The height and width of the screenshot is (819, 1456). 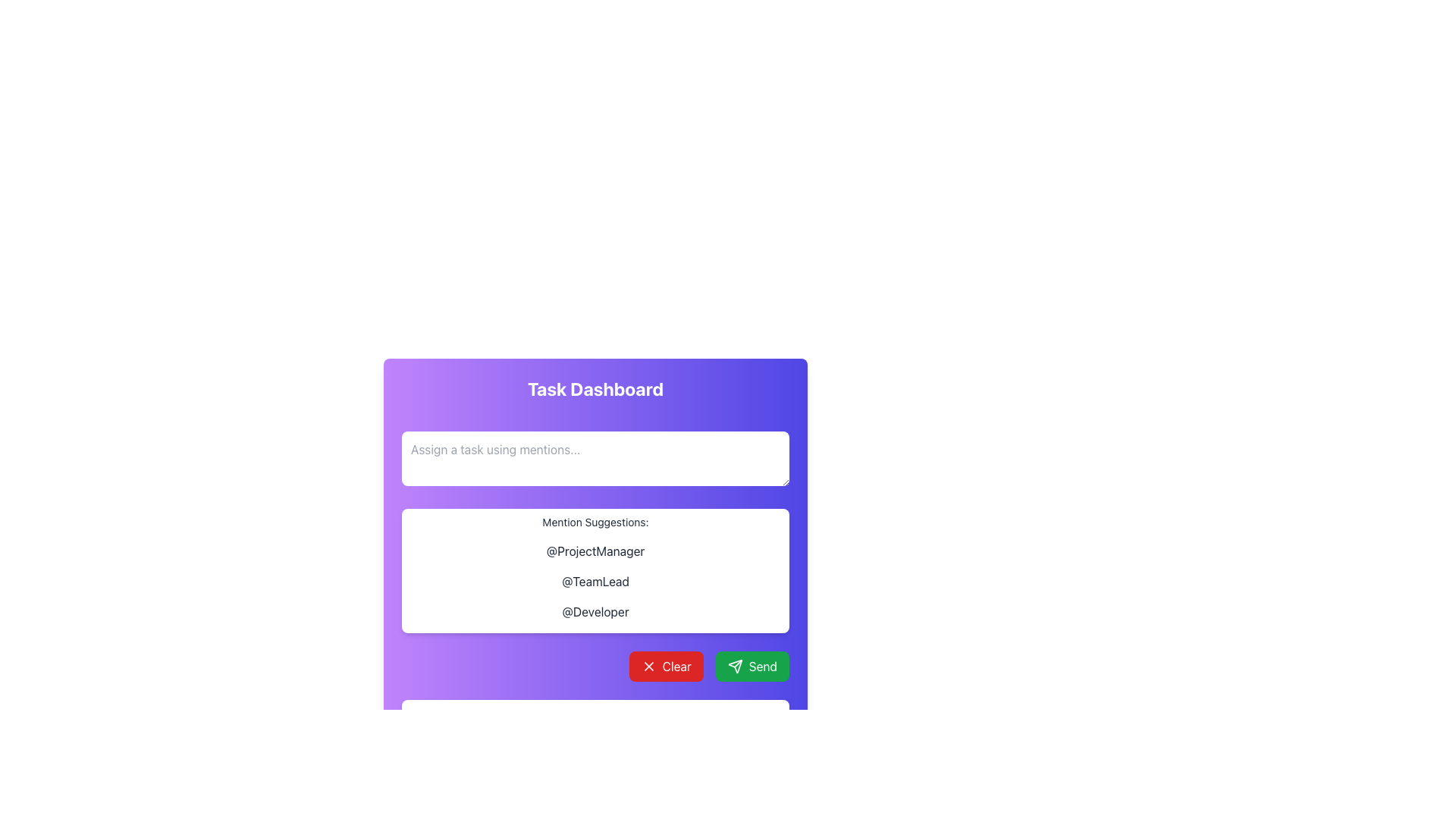 I want to click on the Static text header that reads 'Task Dashboard', which is styled in bold and large white text against a purple-to-indigo gradient background, located at the top of the task-related features section, so click(x=595, y=388).